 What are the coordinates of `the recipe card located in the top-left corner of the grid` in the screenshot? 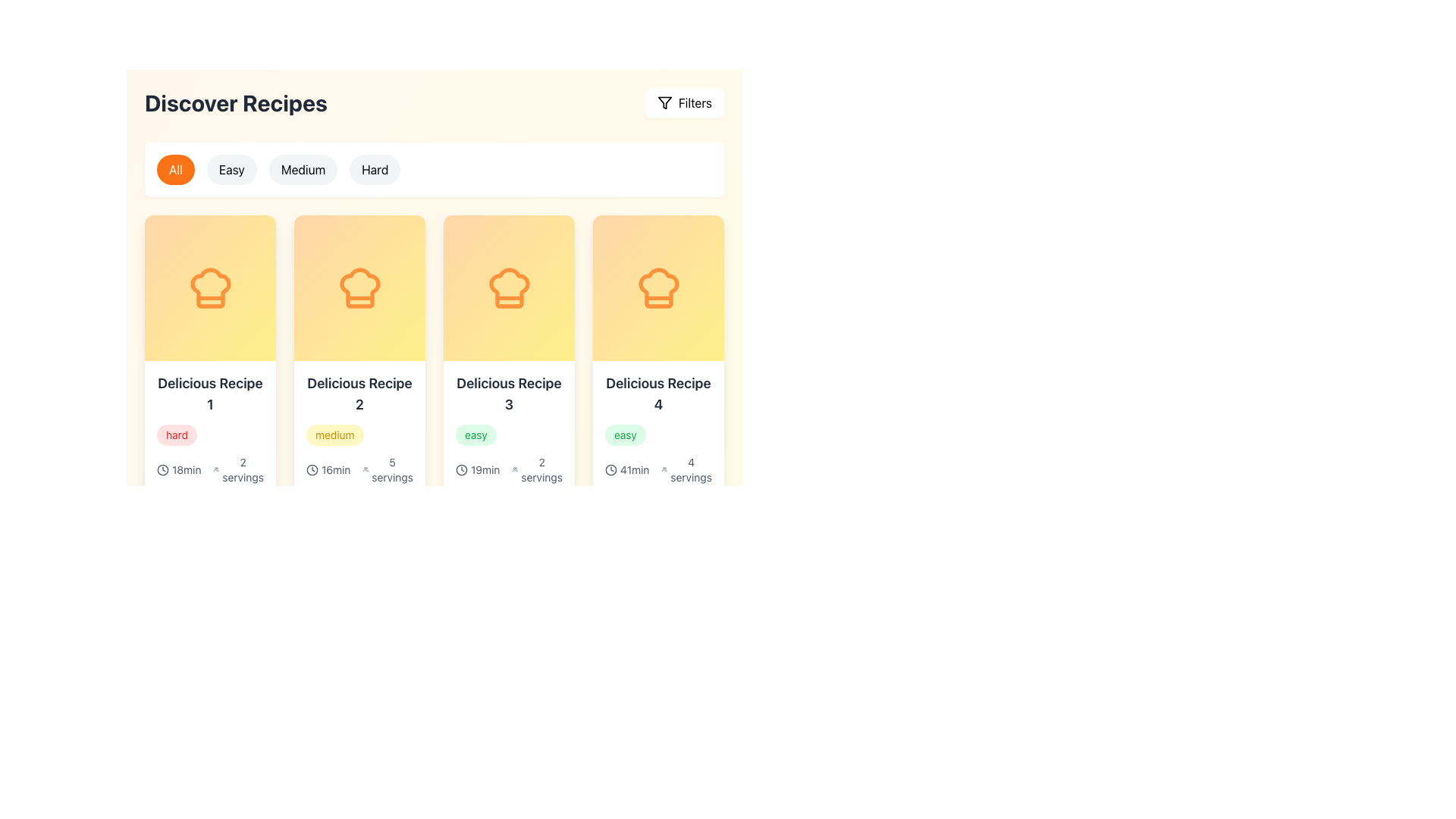 It's located at (209, 374).